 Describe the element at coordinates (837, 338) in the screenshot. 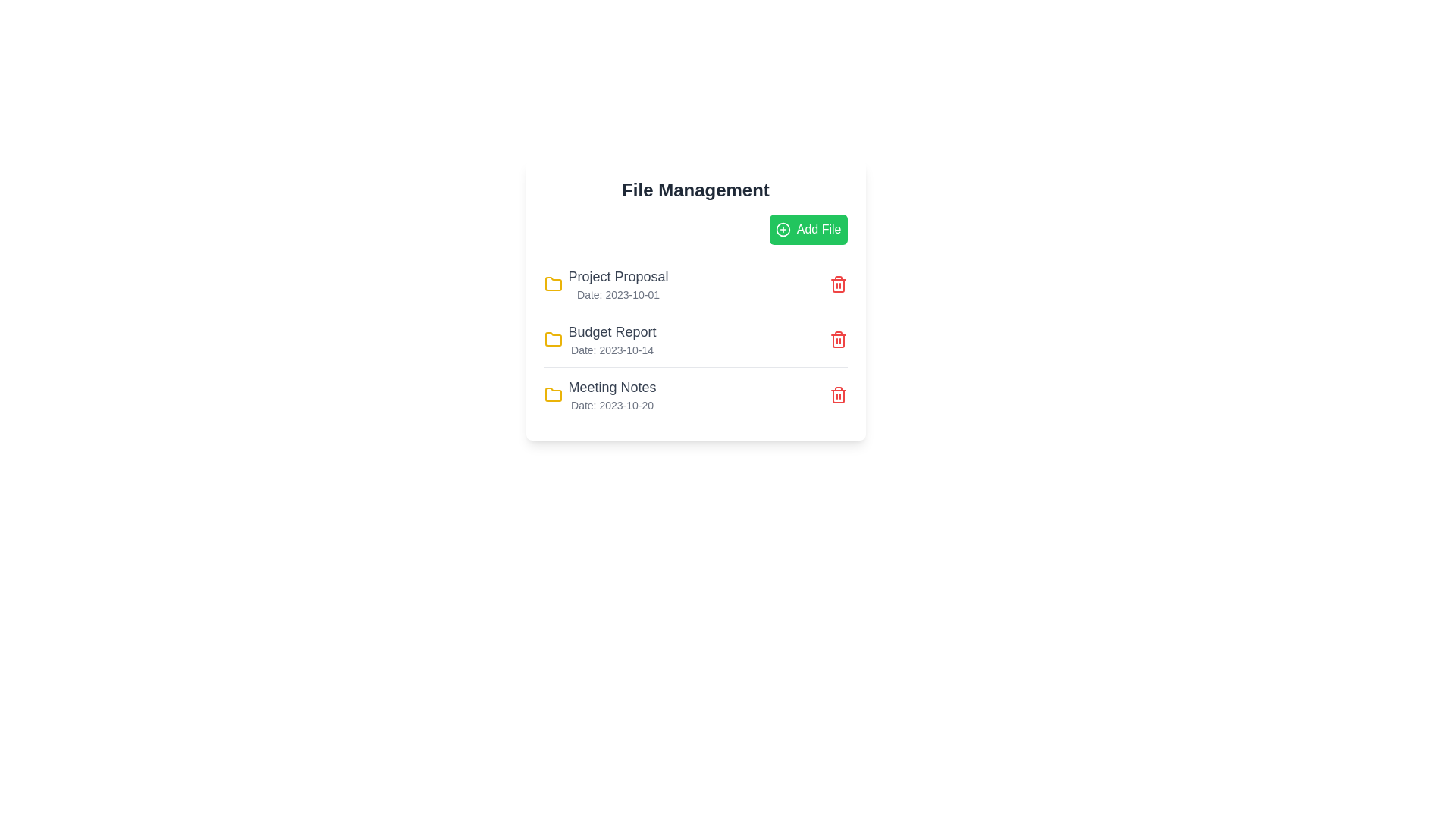

I see `the trash icon next to the file named Budget Report to delete it` at that location.